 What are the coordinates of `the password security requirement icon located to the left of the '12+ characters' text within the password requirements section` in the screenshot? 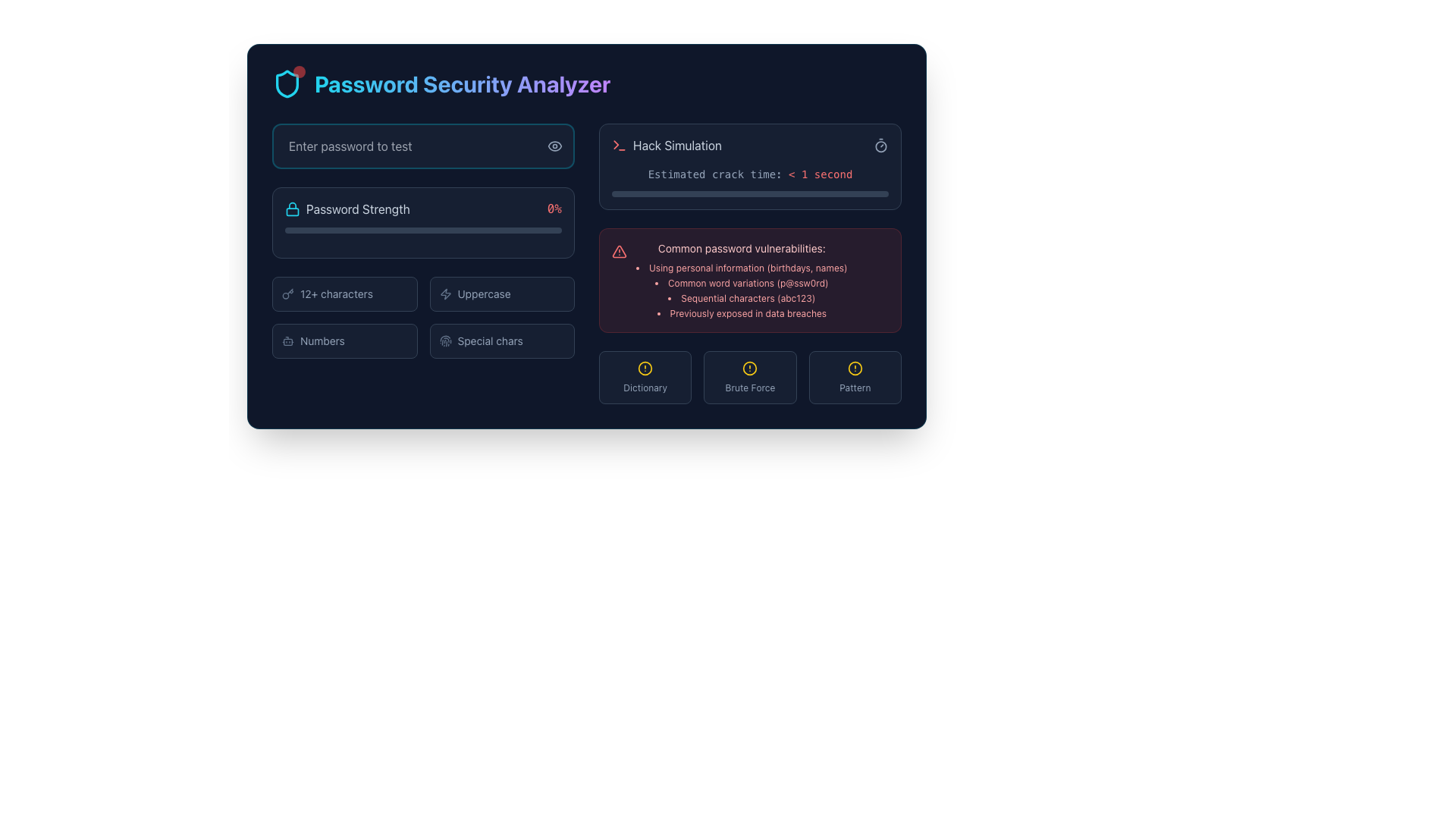 It's located at (287, 294).